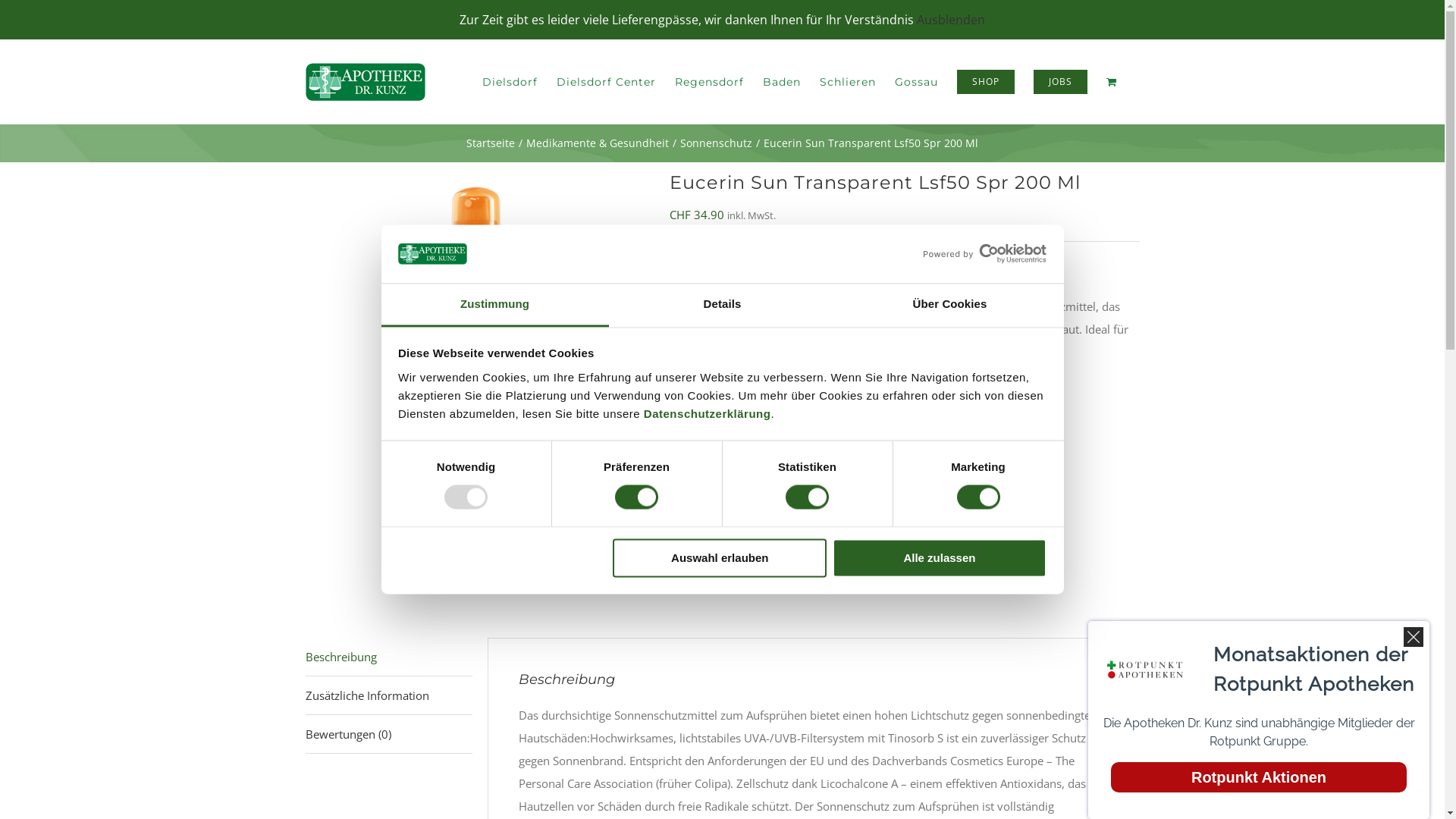  What do you see at coordinates (526, 143) in the screenshot?
I see `'Medikamente & Gesundheit'` at bounding box center [526, 143].